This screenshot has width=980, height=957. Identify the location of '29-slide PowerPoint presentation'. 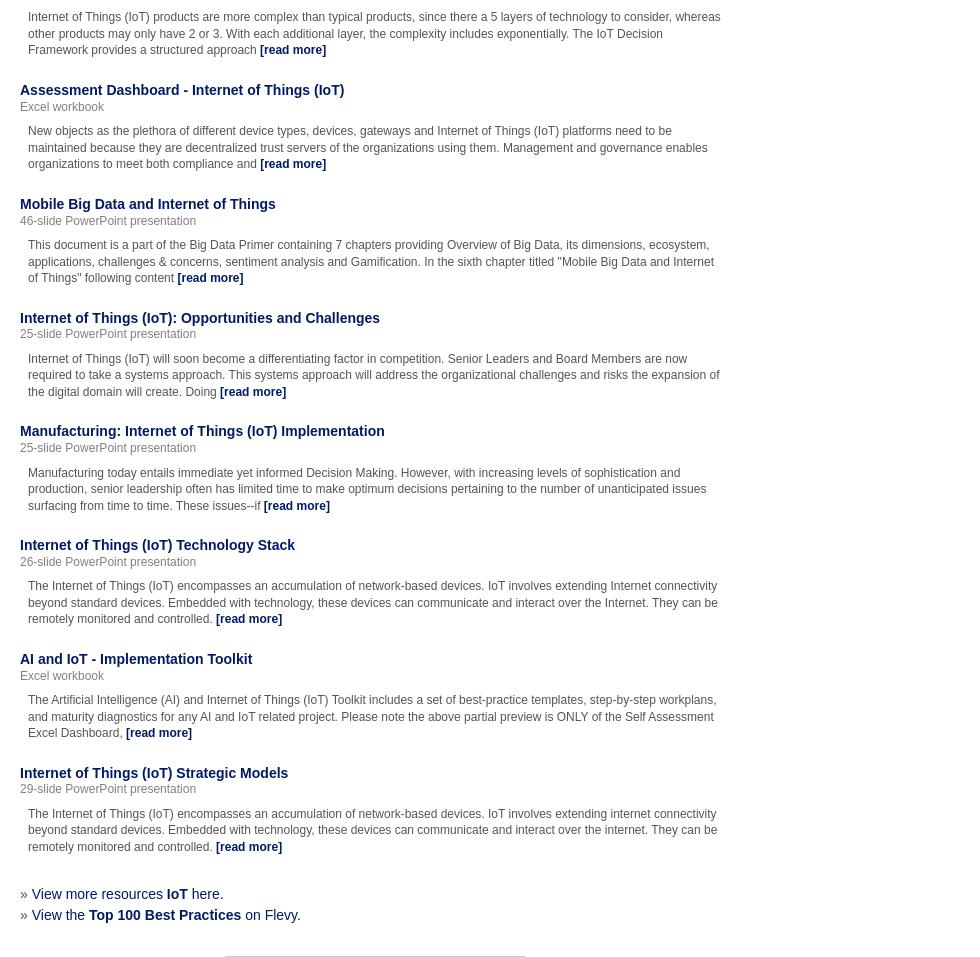
(107, 788).